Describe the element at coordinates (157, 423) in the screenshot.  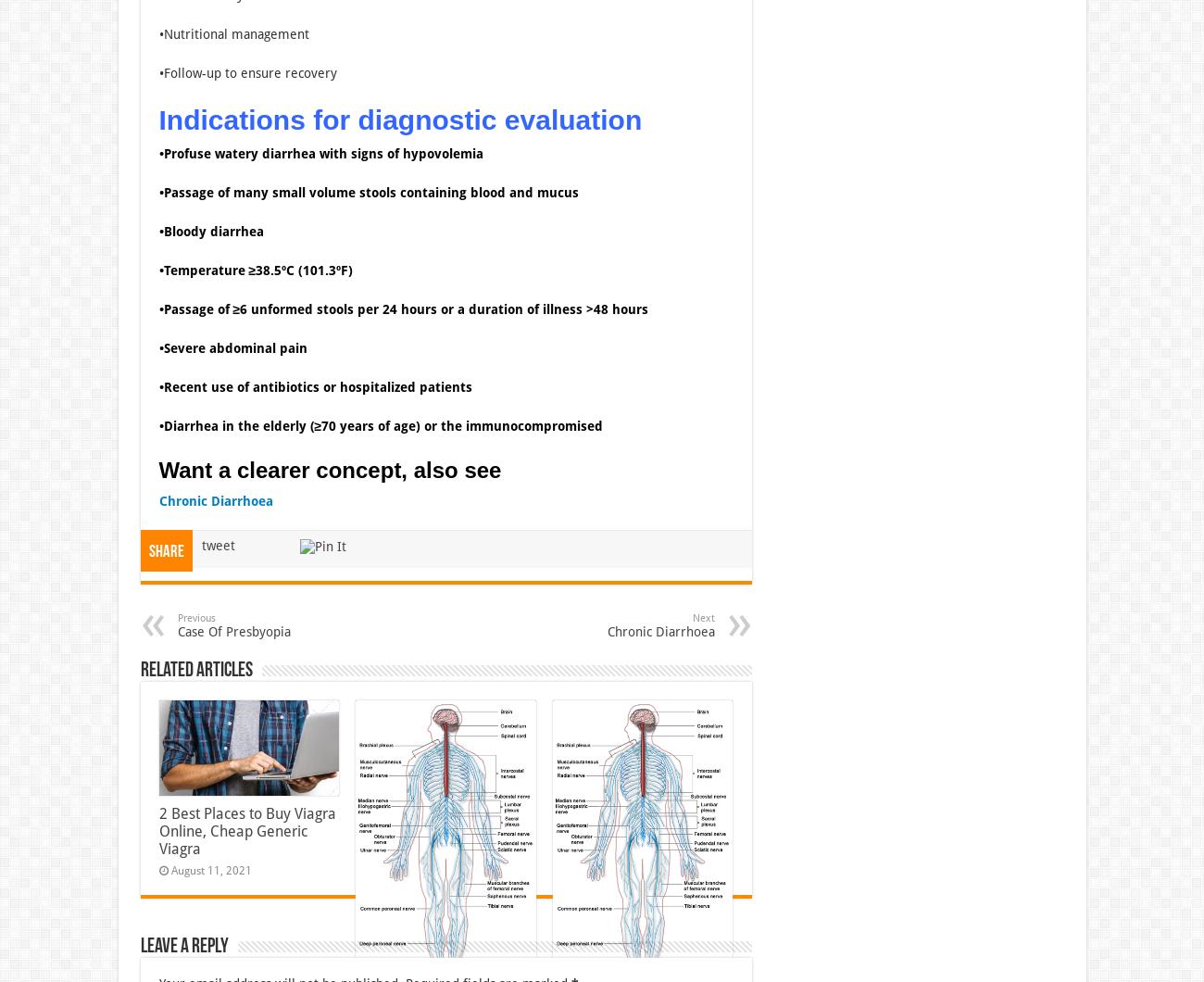
I see `'•Diarrhea in the elderly (≥70 years of age) or the immunocompromised'` at that location.